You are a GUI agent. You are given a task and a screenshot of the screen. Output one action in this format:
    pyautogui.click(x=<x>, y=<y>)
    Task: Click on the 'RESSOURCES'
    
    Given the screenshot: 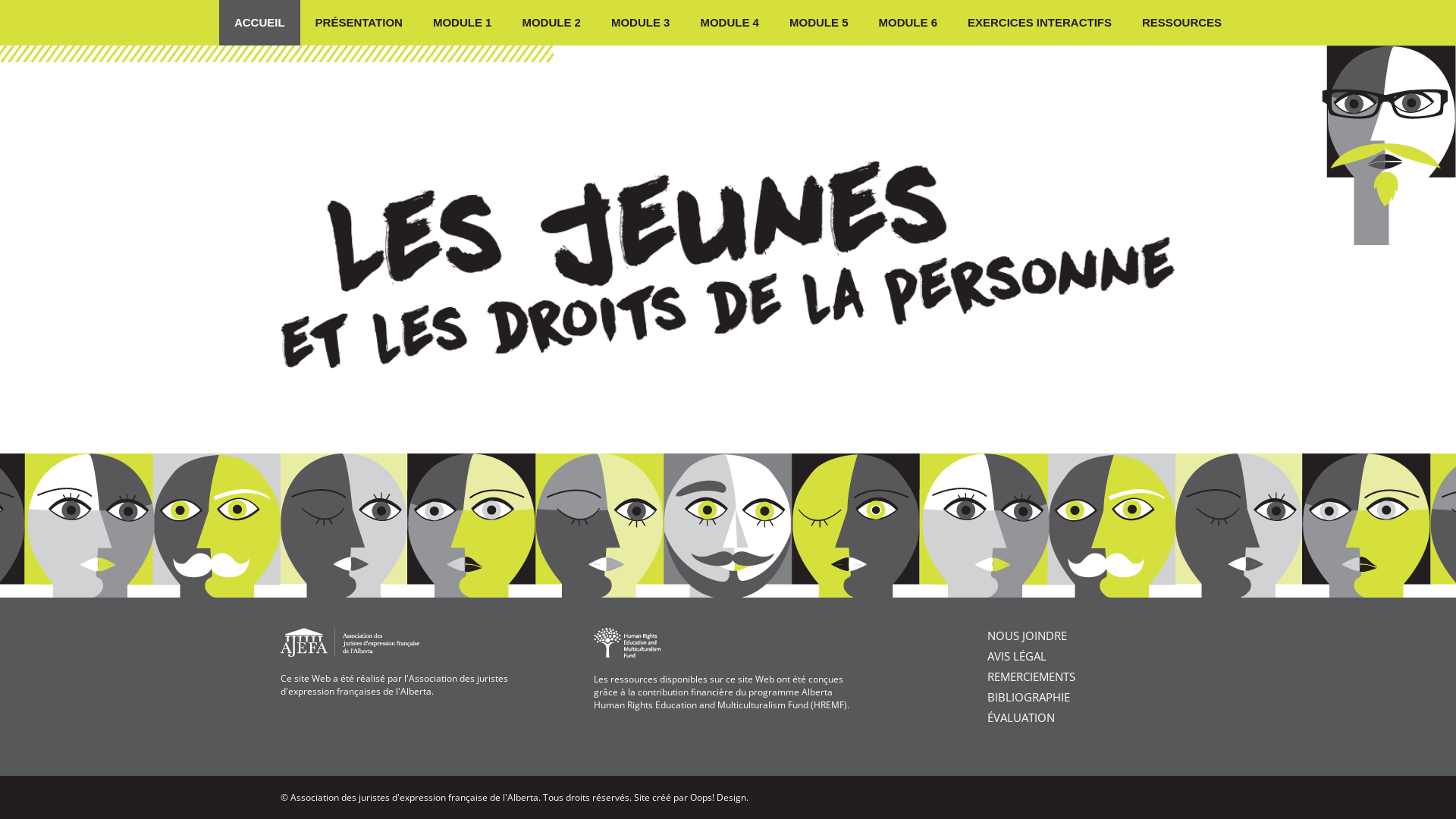 What is the action you would take?
    pyautogui.click(x=1127, y=23)
    